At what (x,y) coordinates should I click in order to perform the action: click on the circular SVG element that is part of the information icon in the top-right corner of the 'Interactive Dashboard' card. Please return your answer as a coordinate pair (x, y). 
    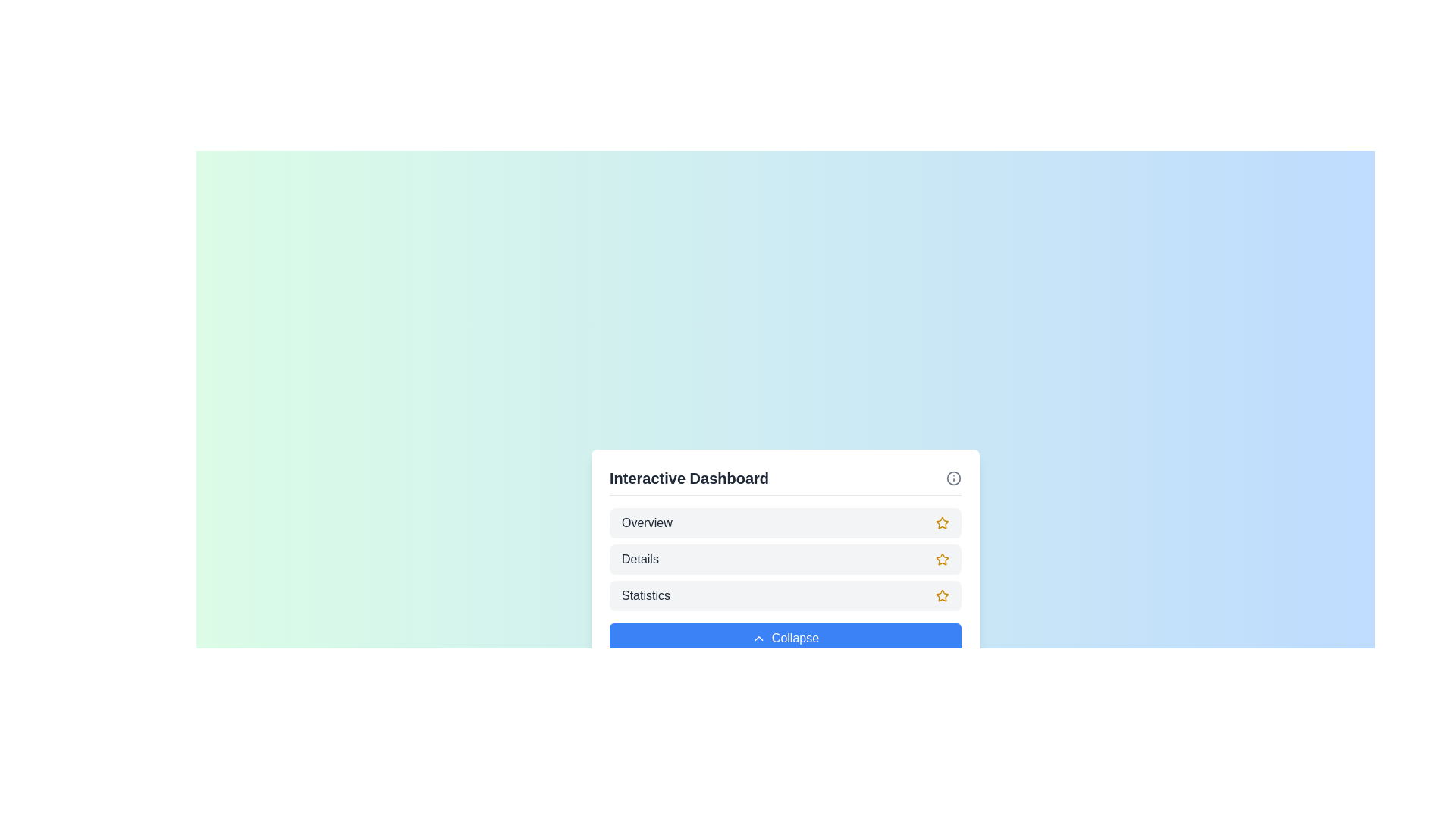
    Looking at the image, I should click on (952, 478).